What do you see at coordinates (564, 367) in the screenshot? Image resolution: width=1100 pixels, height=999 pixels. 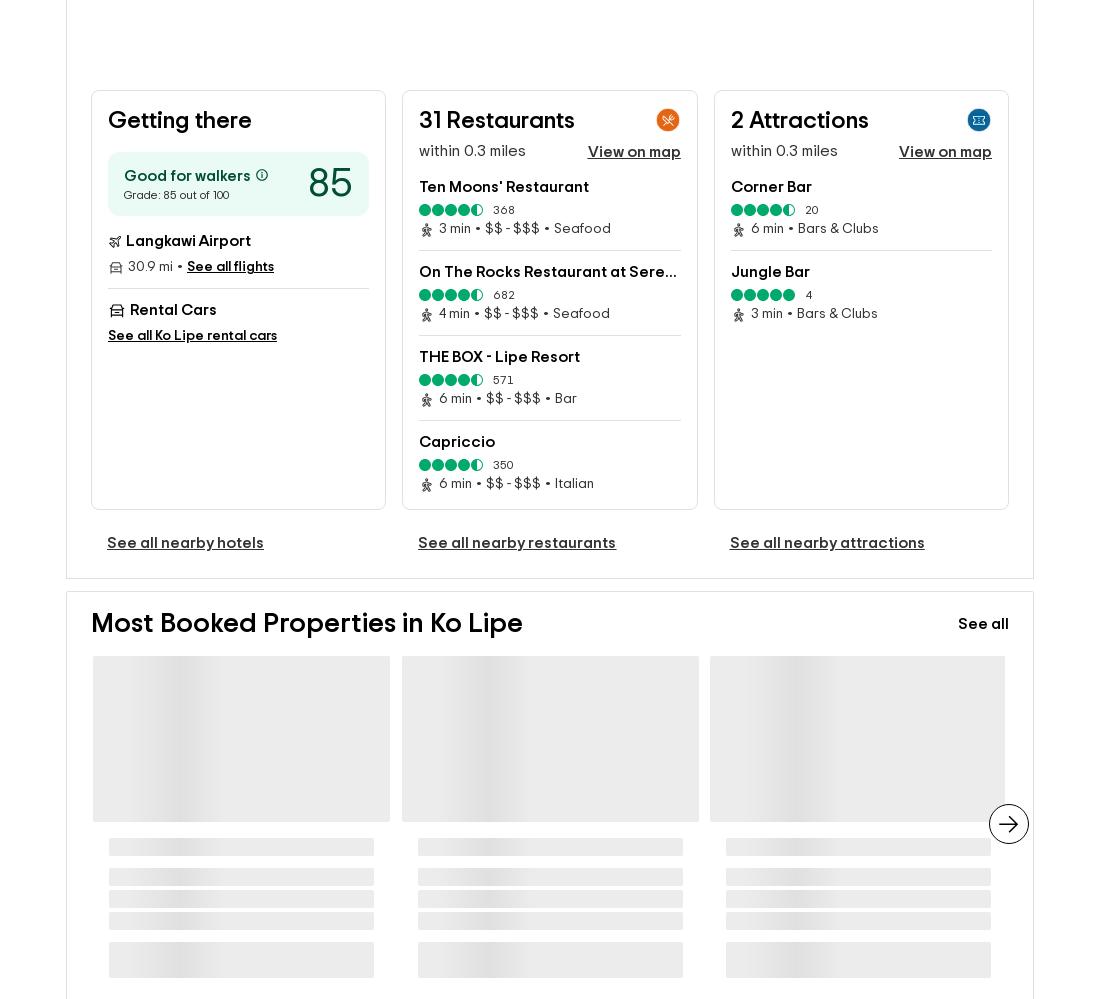 I see `'Bar'` at bounding box center [564, 367].